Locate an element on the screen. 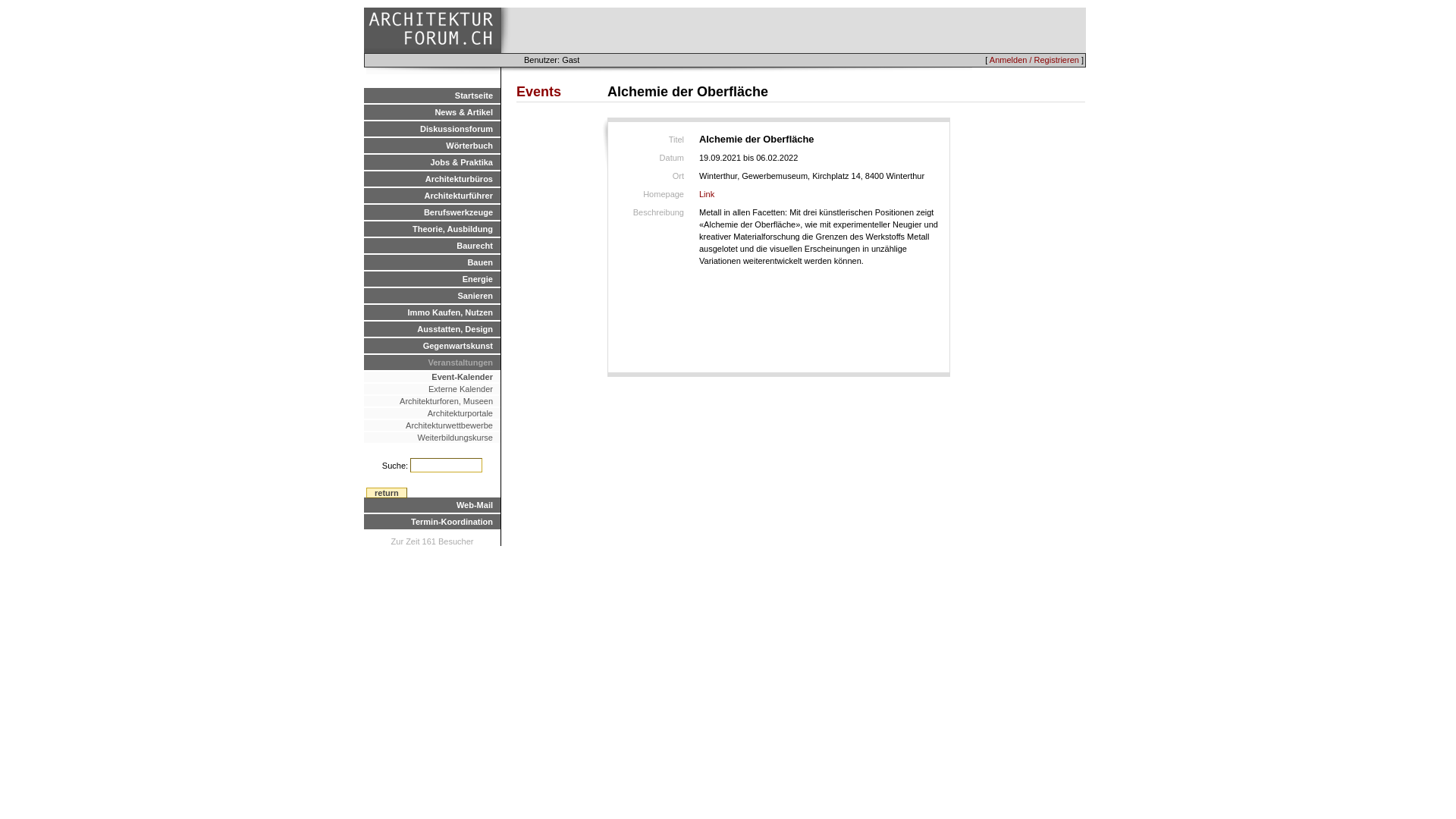  'Jobs & Praktika' is located at coordinates (431, 162).